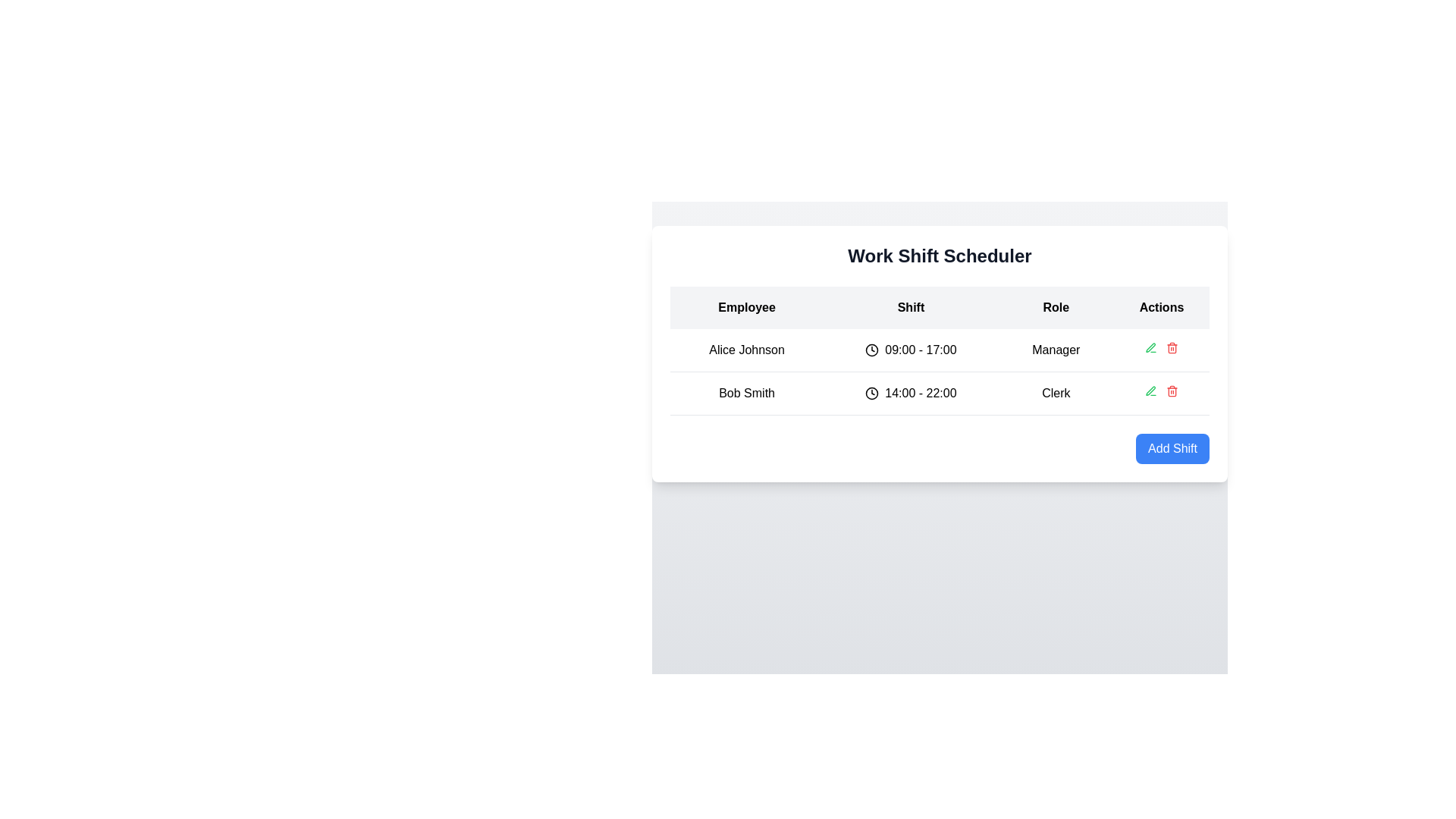 The image size is (1456, 819). What do you see at coordinates (1160, 393) in the screenshot?
I see `the interactive icons in the Actions column for 'Bob Smith'` at bounding box center [1160, 393].